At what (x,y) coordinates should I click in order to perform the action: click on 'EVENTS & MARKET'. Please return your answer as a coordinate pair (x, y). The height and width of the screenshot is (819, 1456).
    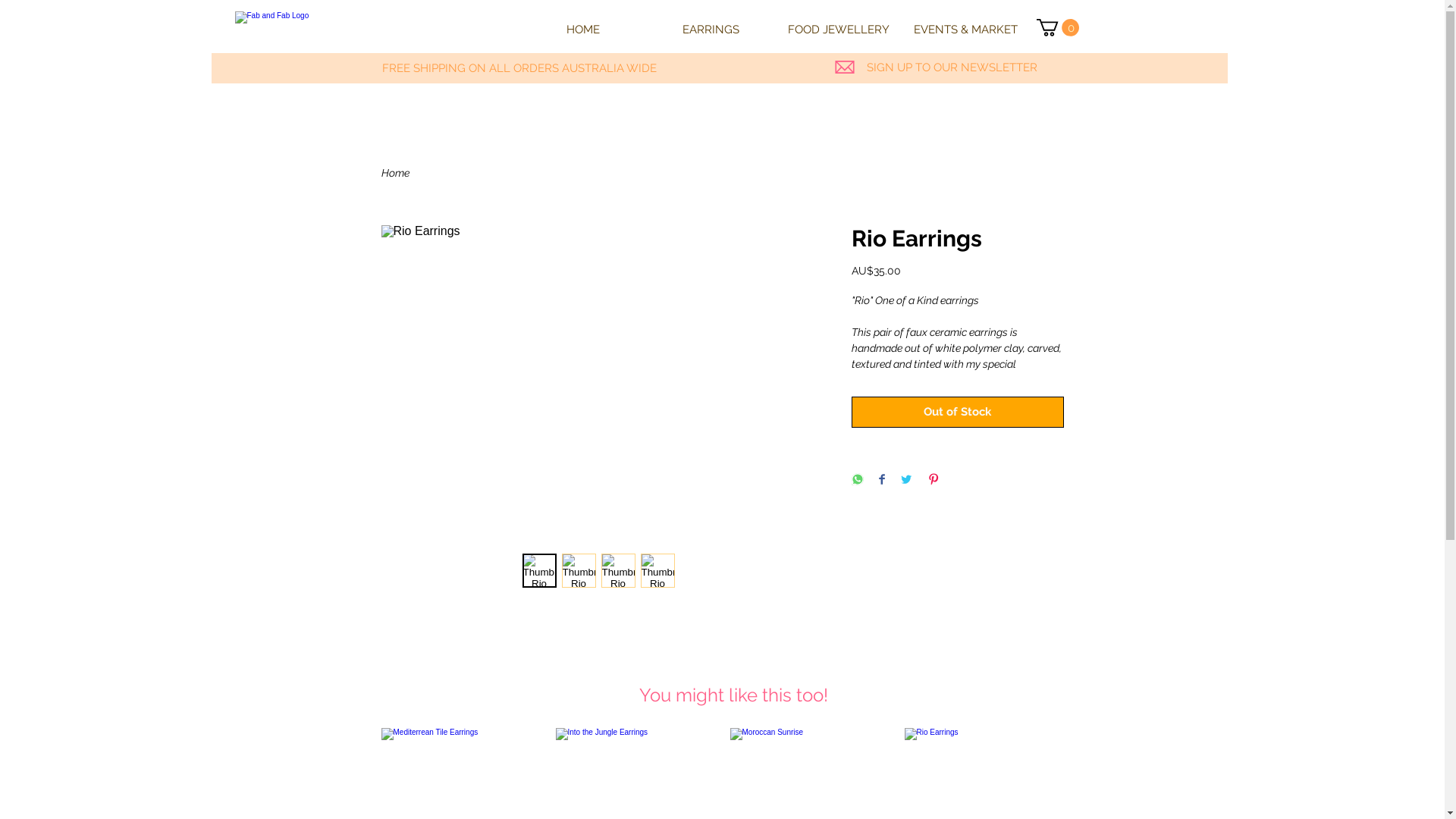
    Looking at the image, I should click on (965, 30).